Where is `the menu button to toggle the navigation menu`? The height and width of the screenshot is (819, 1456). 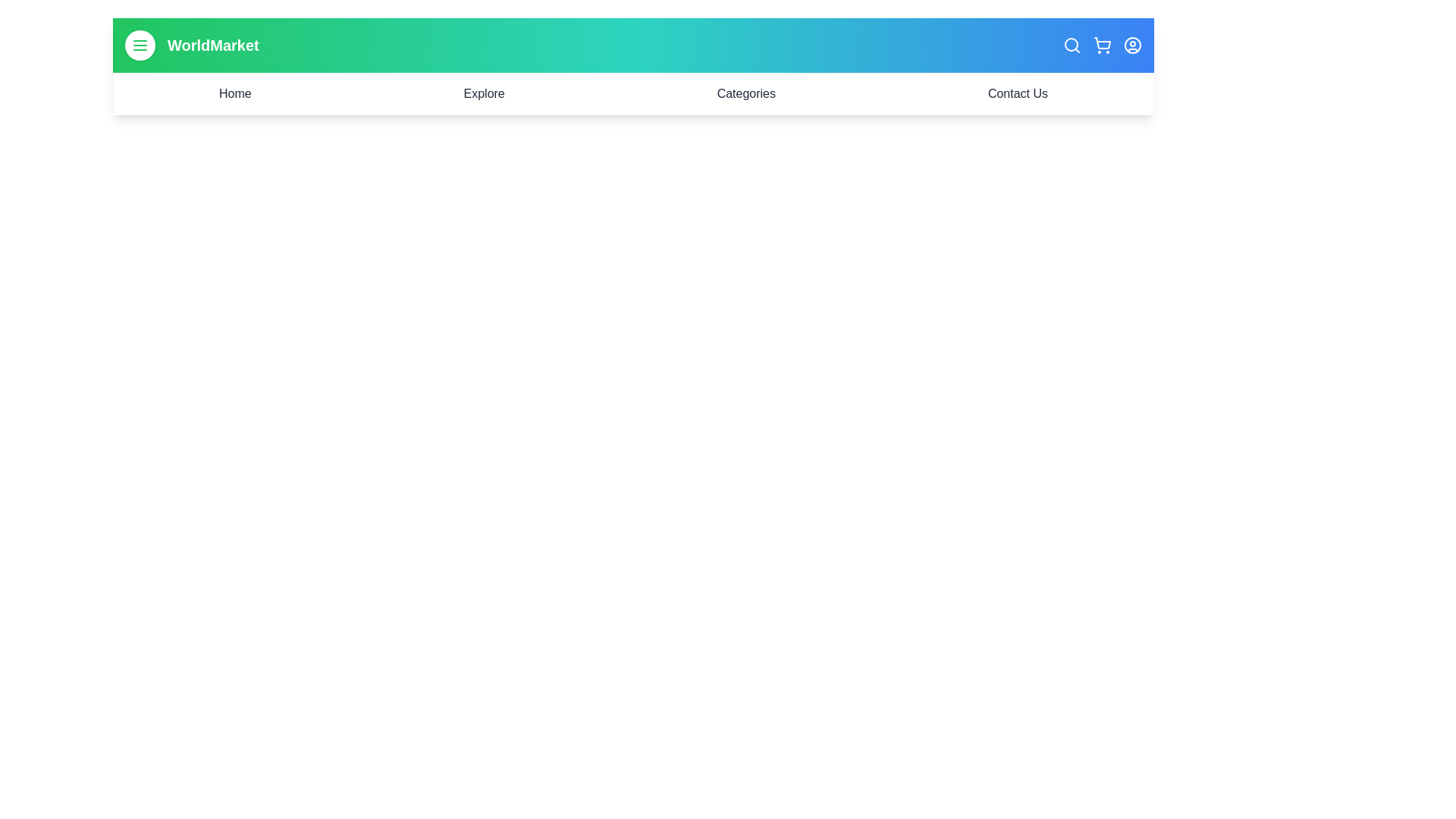
the menu button to toggle the navigation menu is located at coordinates (140, 45).